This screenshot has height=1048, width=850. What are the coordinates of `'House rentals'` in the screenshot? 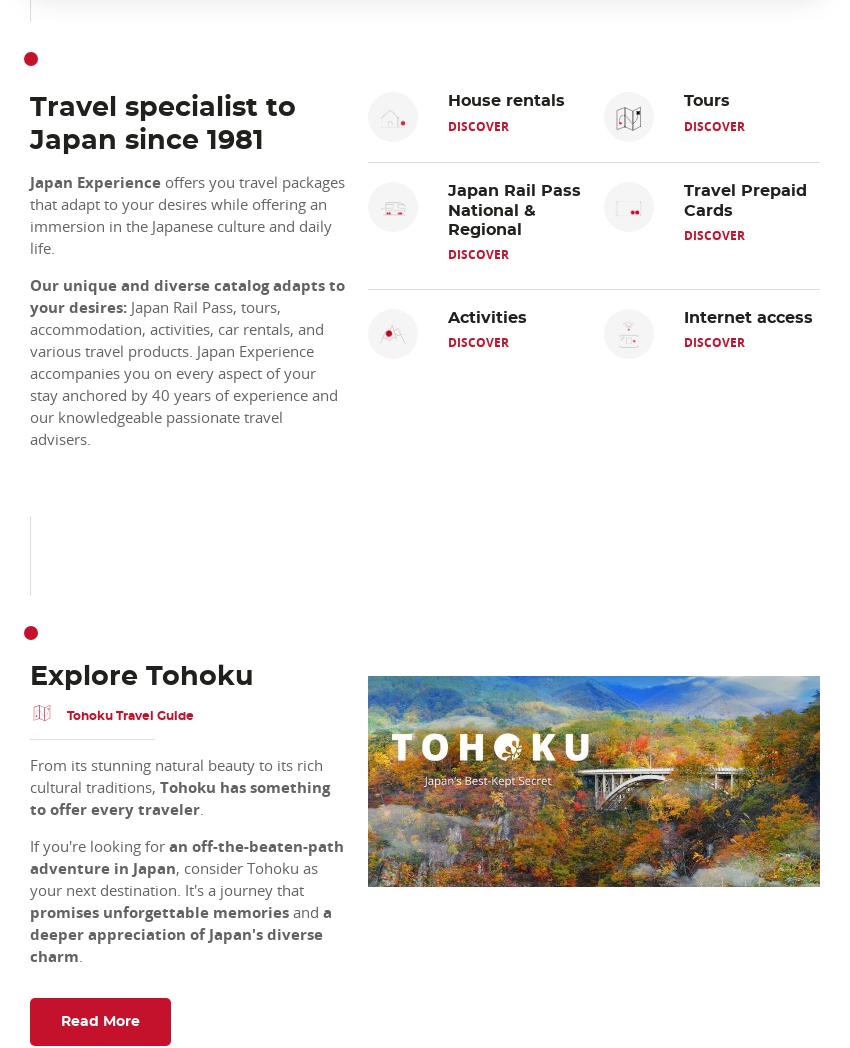 It's located at (505, 100).